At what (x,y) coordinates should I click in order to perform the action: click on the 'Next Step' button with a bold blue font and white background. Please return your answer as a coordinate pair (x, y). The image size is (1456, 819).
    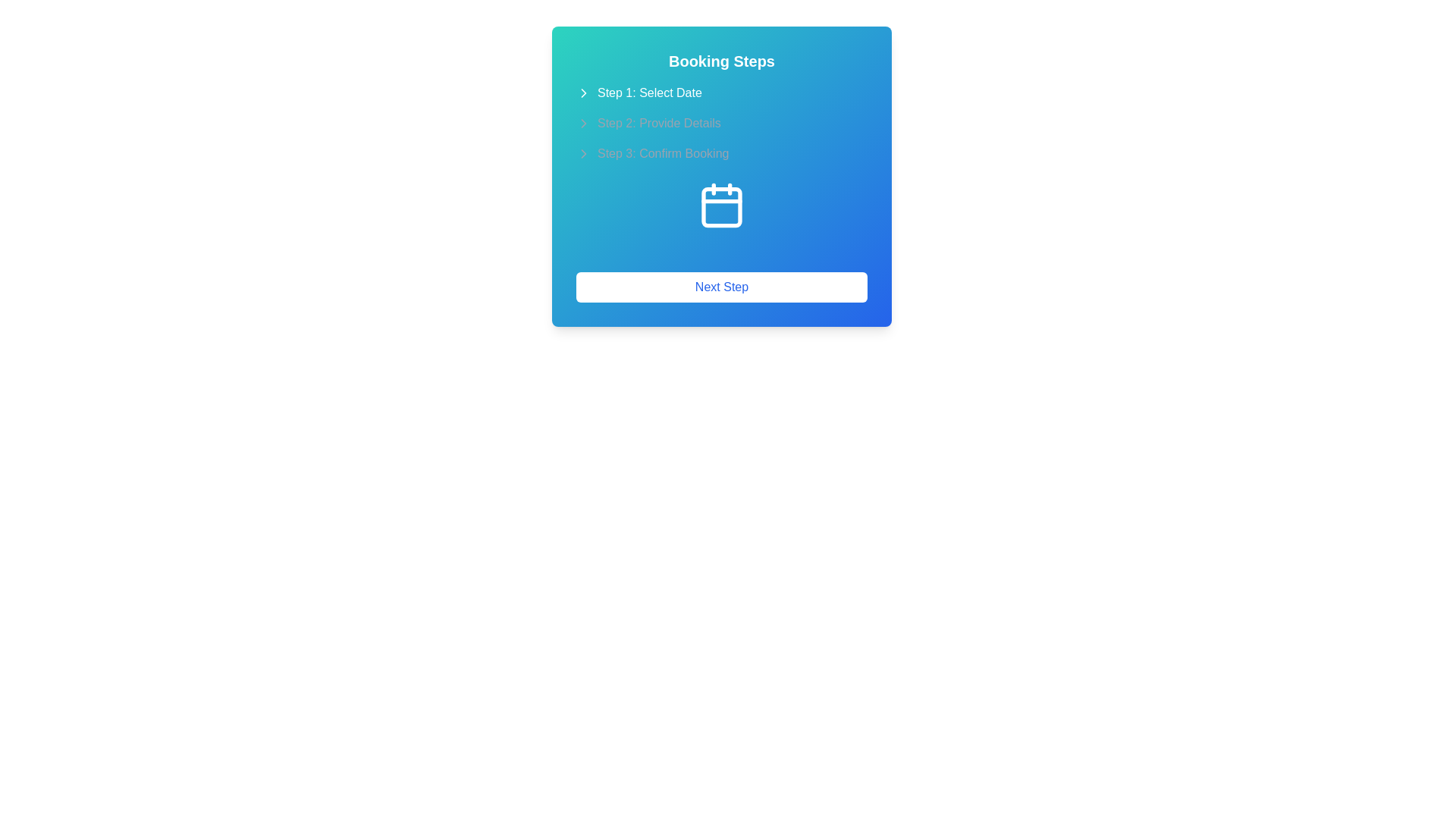
    Looking at the image, I should click on (720, 287).